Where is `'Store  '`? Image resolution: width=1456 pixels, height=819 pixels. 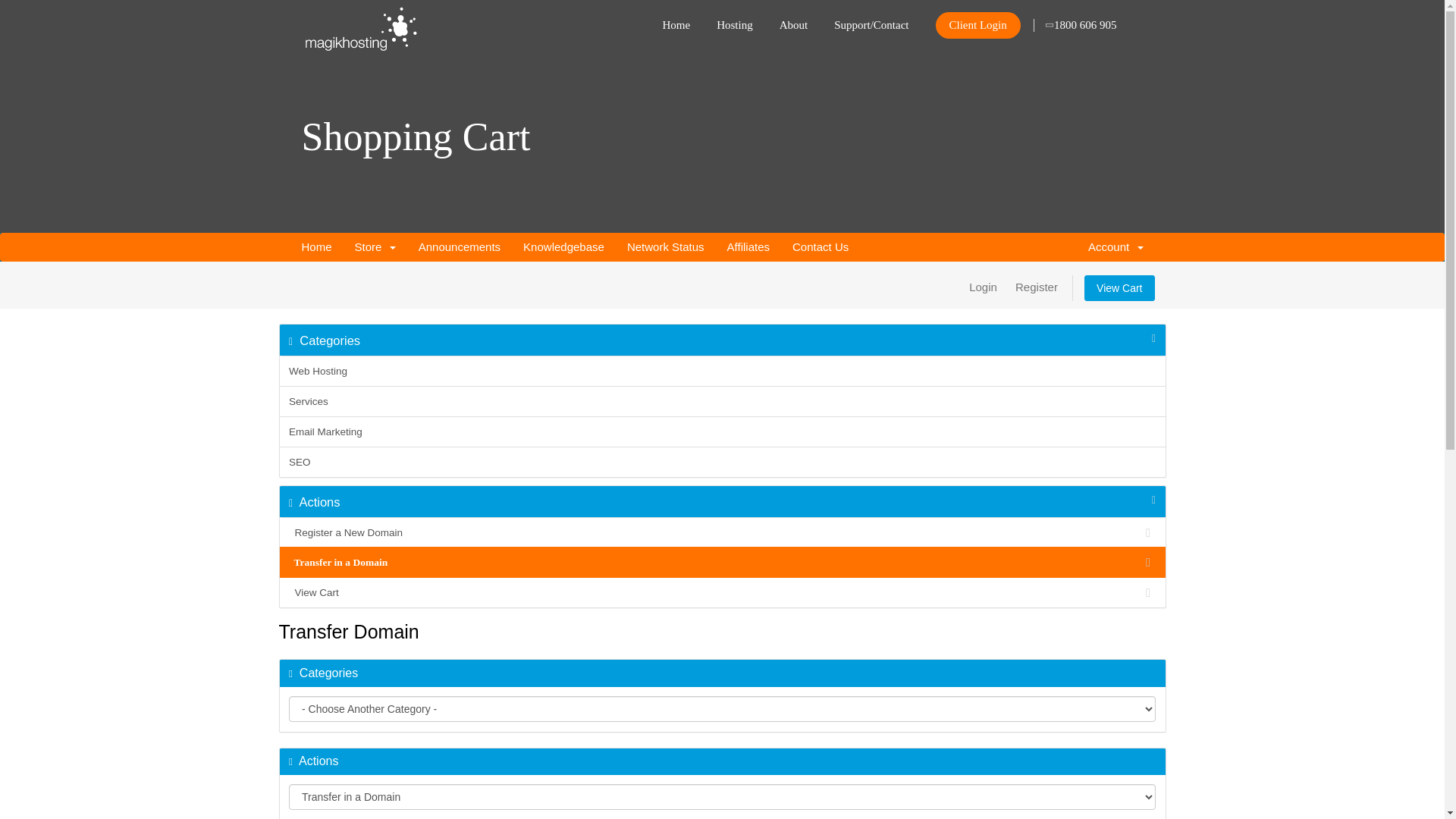
'Store  ' is located at coordinates (375, 246).